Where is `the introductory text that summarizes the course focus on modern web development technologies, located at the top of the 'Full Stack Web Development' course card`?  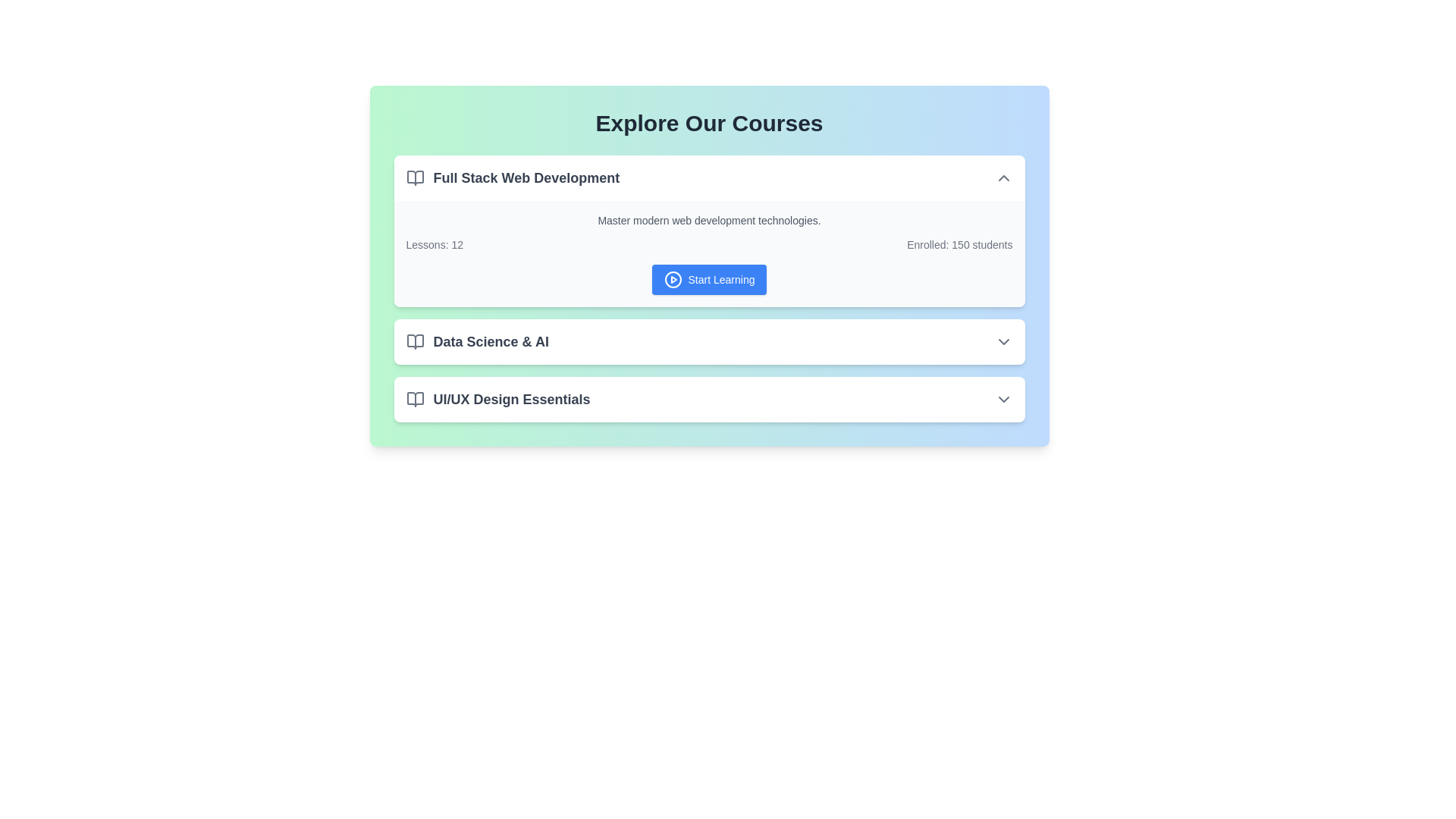 the introductory text that summarizes the course focus on modern web development technologies, located at the top of the 'Full Stack Web Development' course card is located at coordinates (708, 220).